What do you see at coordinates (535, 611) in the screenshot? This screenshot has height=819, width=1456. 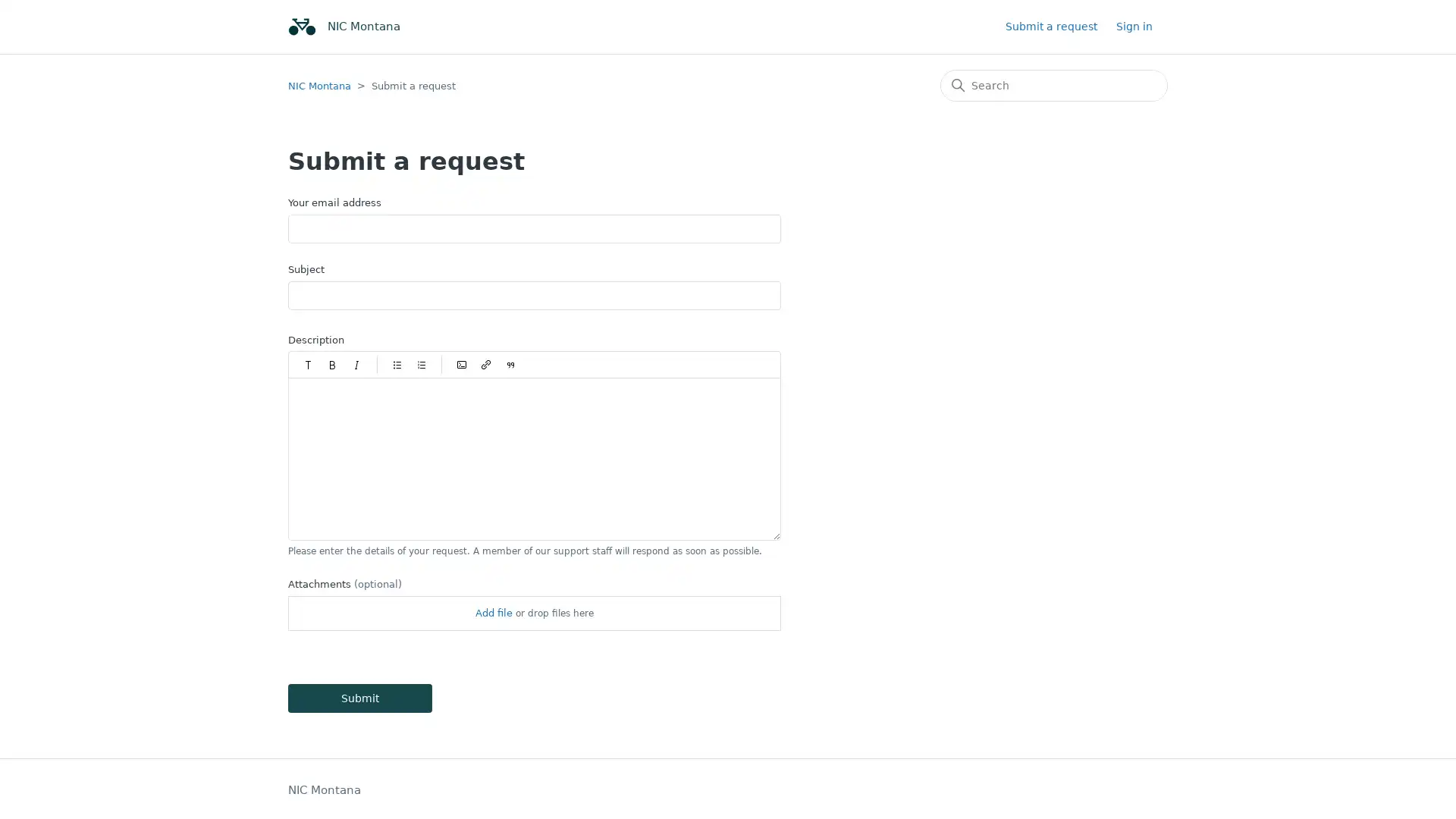 I see `Attachments(optional)` at bounding box center [535, 611].